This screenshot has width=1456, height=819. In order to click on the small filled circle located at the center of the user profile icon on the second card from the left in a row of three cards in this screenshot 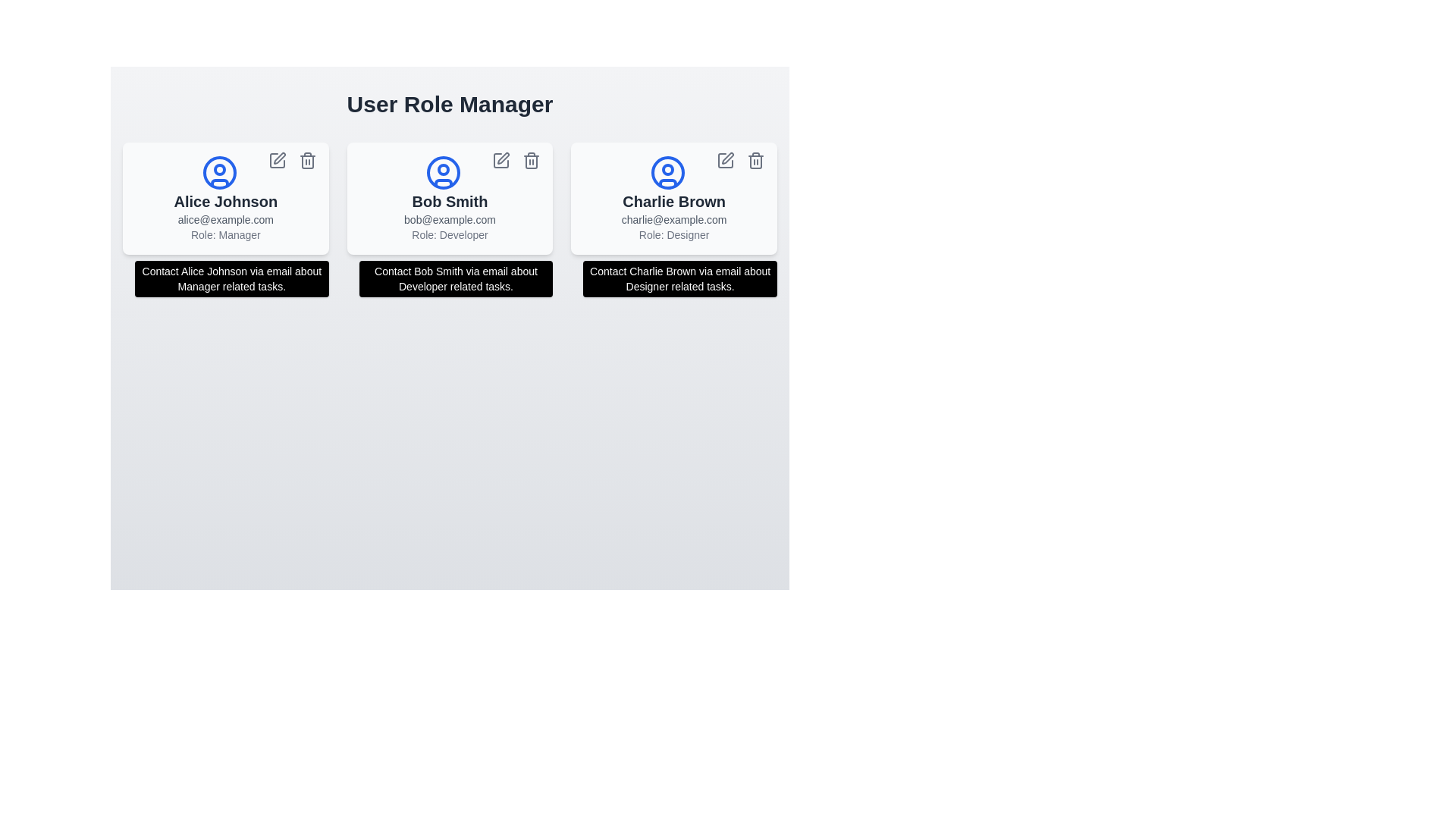, I will do `click(443, 169)`.